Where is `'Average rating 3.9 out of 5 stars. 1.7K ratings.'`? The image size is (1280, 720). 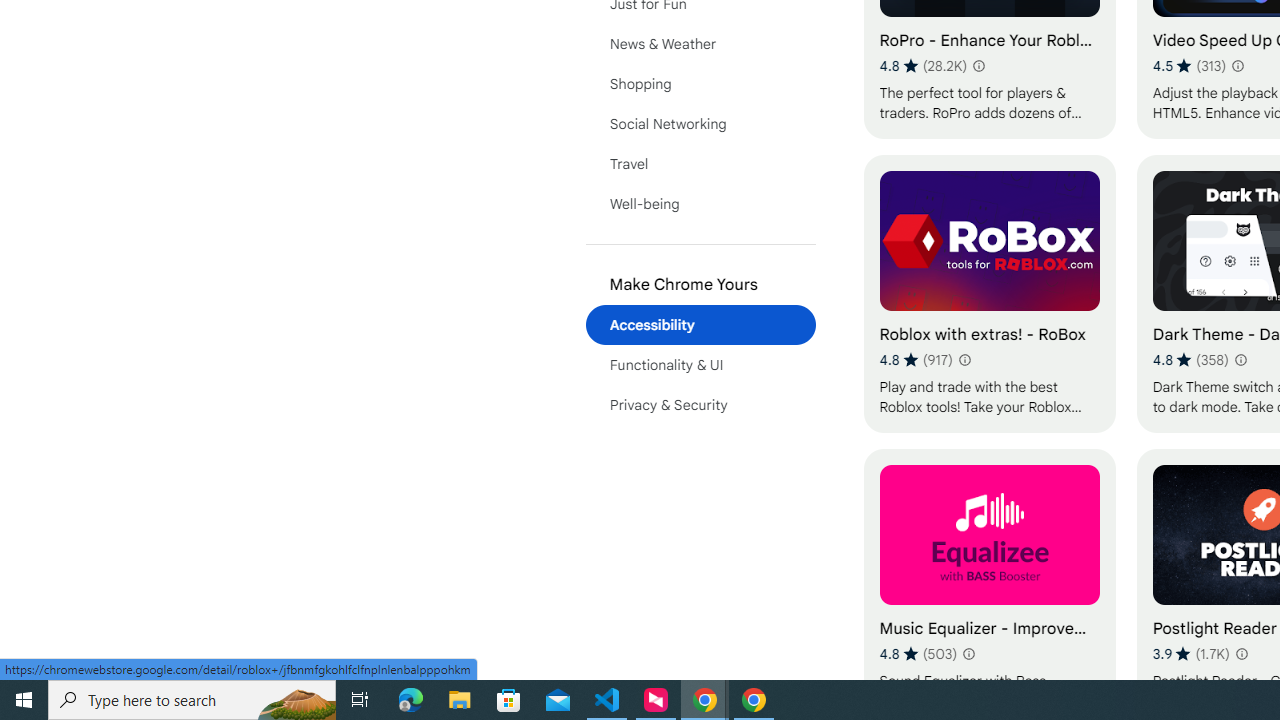 'Average rating 3.9 out of 5 stars. 1.7K ratings.' is located at coordinates (1191, 653).